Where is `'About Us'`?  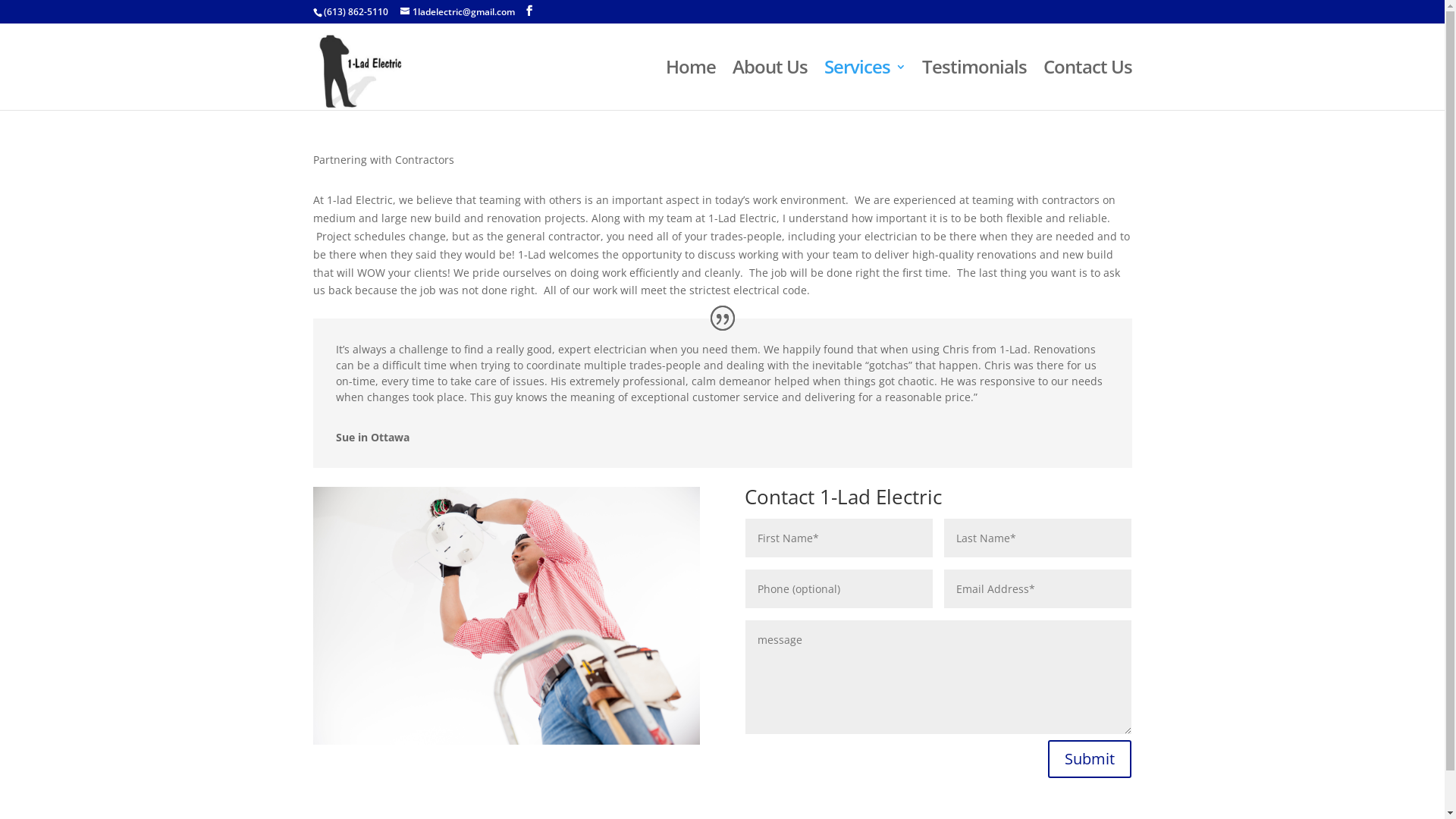
'About Us' is located at coordinates (770, 85).